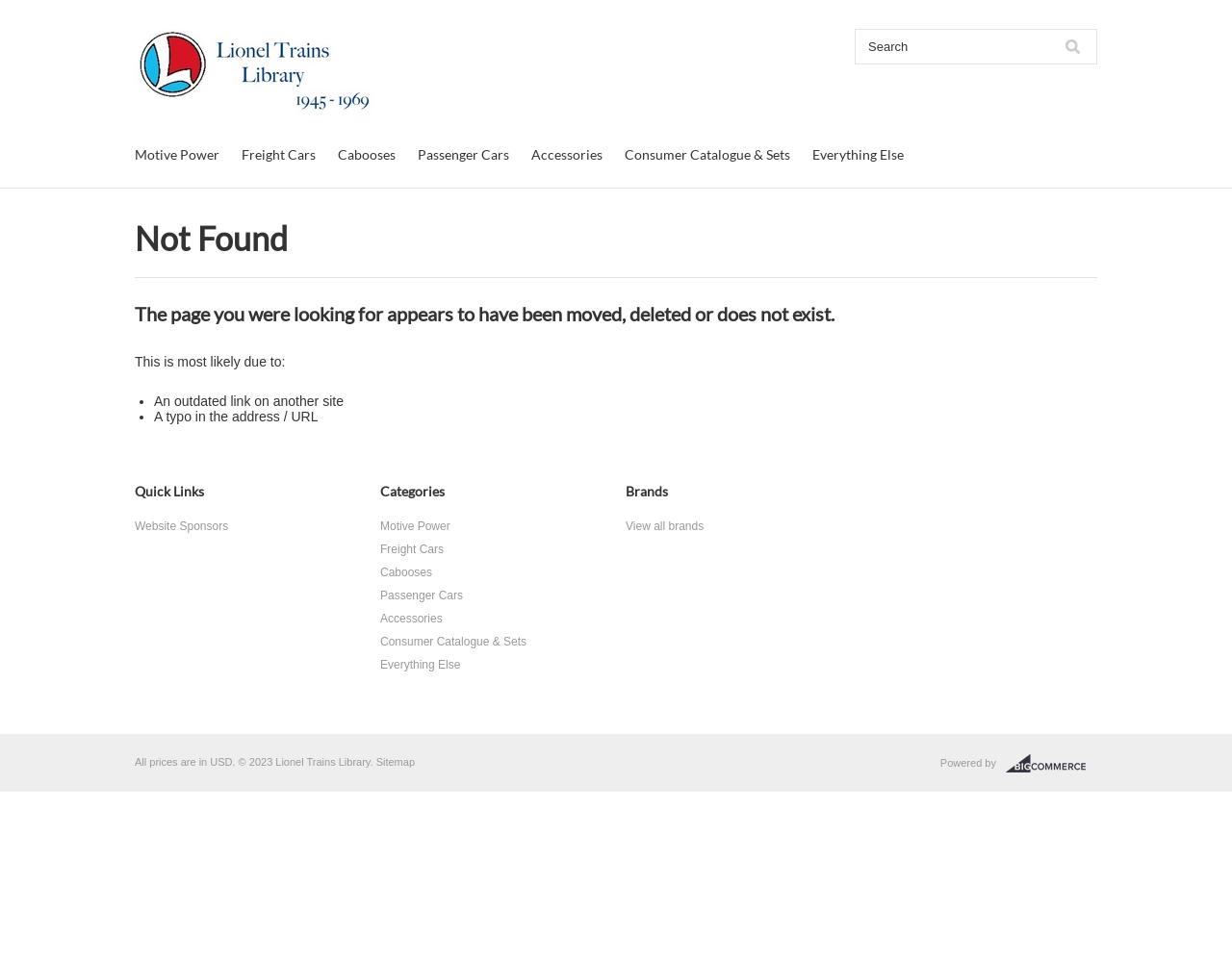 This screenshot has height=962, width=1232. Describe the element at coordinates (304, 762) in the screenshot. I see `'© 2023 Lionel Trains Library.'` at that location.